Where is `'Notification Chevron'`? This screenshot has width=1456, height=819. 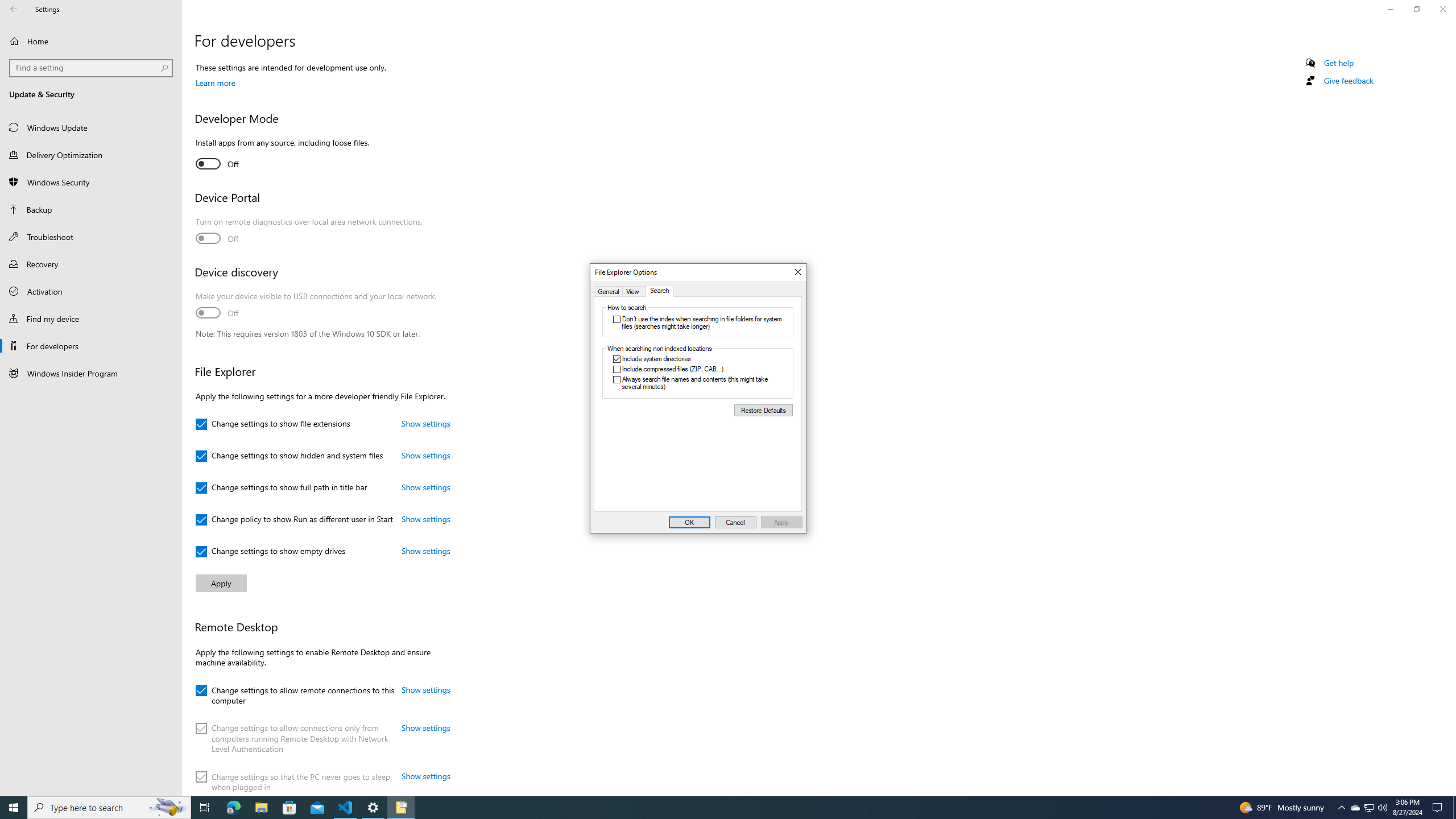
'Notification Chevron' is located at coordinates (1381, 806).